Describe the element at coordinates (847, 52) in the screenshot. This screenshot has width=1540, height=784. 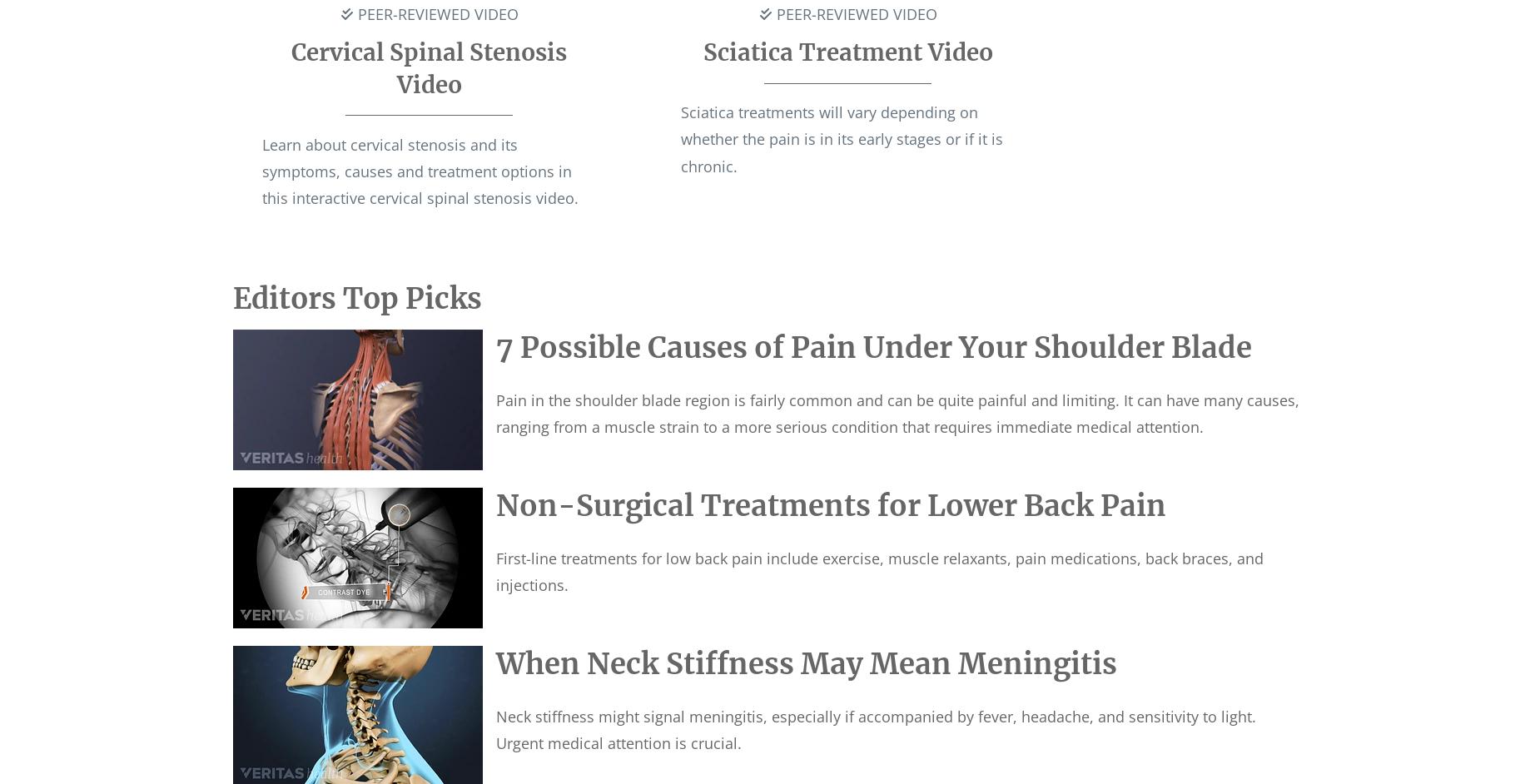
I see `'Sciatica Treatment Video'` at that location.